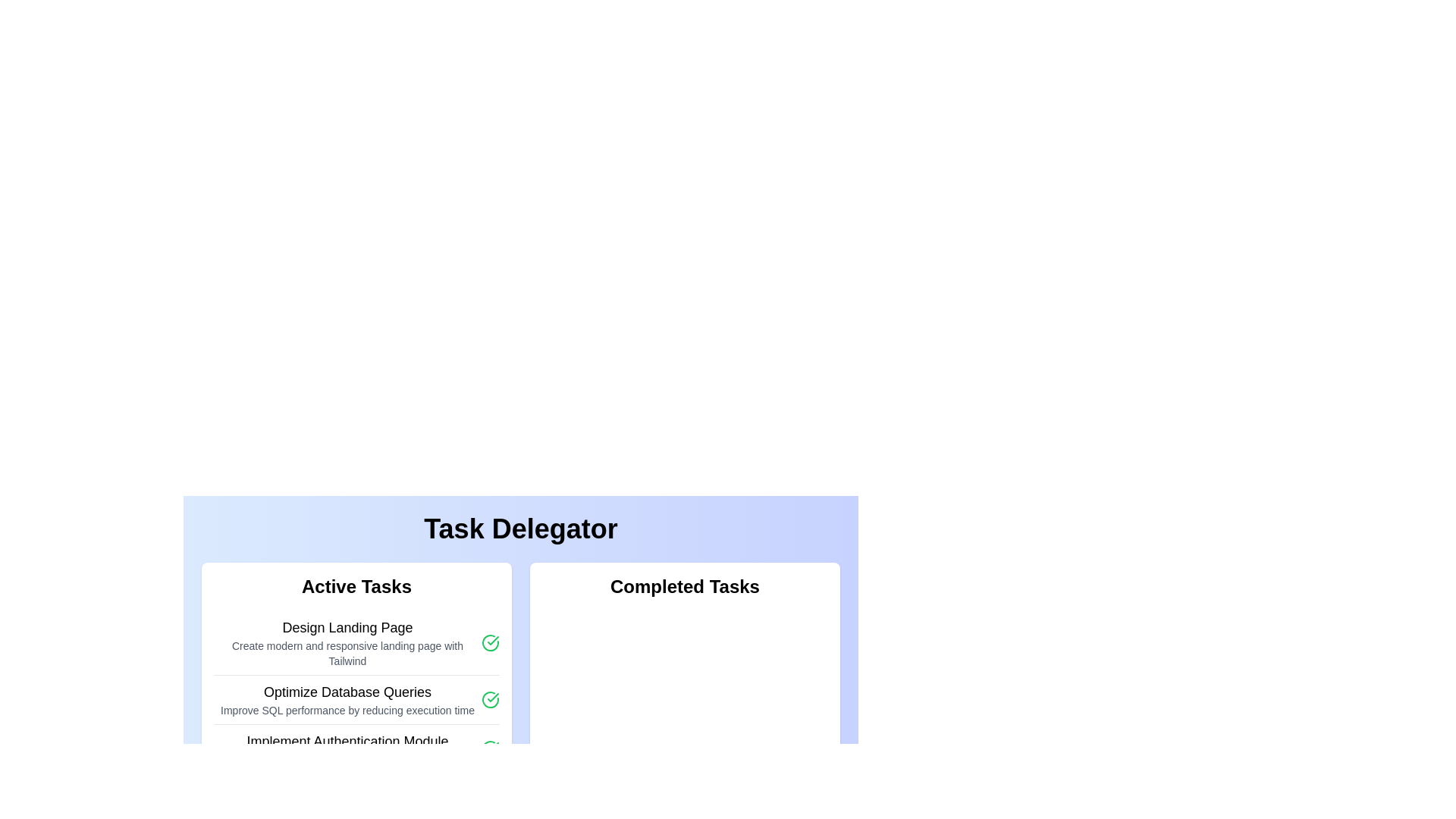  Describe the element at coordinates (491, 748) in the screenshot. I see `the icon button at the rightmost end of the 'Implement Authentication Module' task` at that location.